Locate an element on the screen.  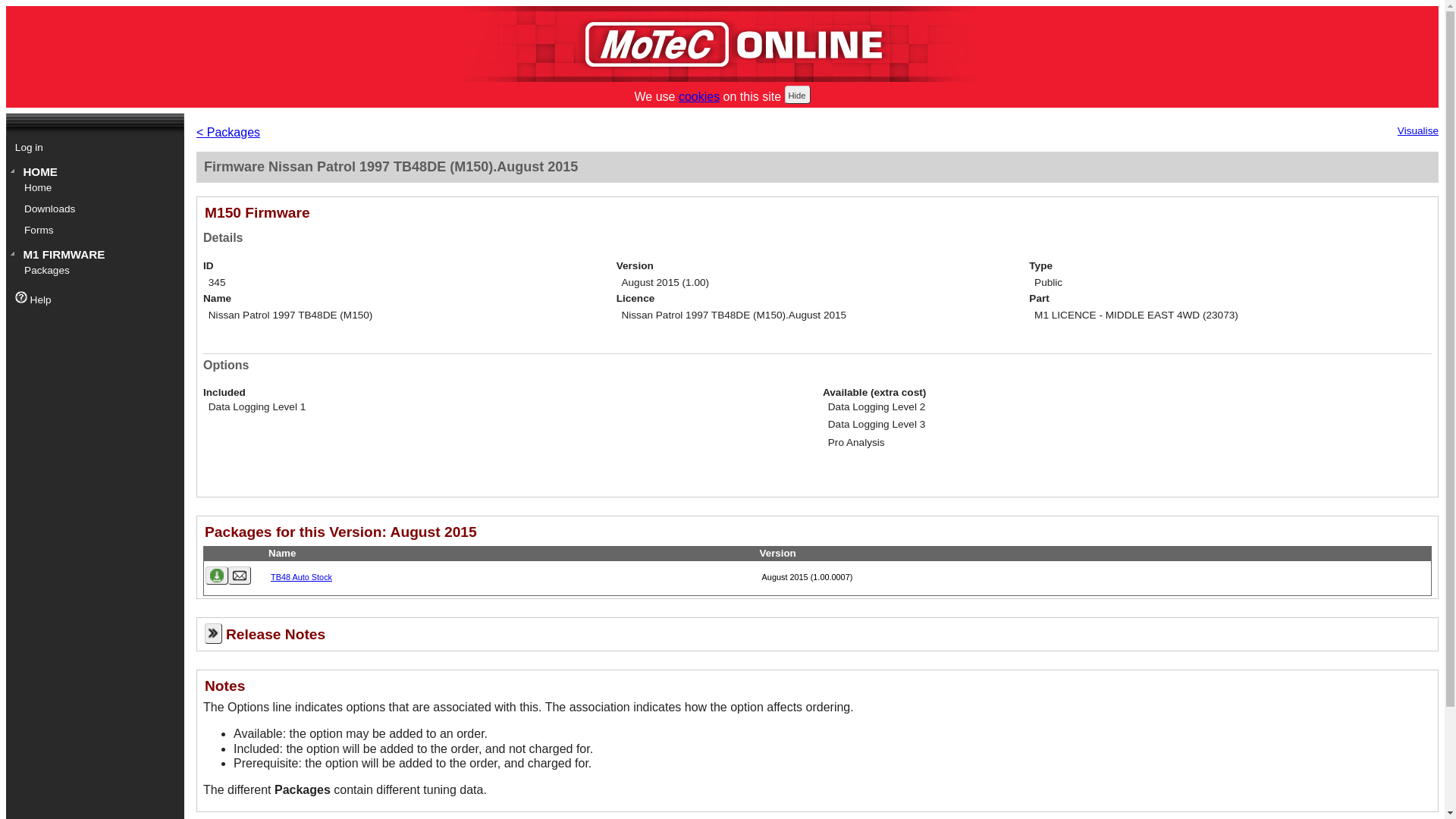
'cookies' is located at coordinates (698, 96).